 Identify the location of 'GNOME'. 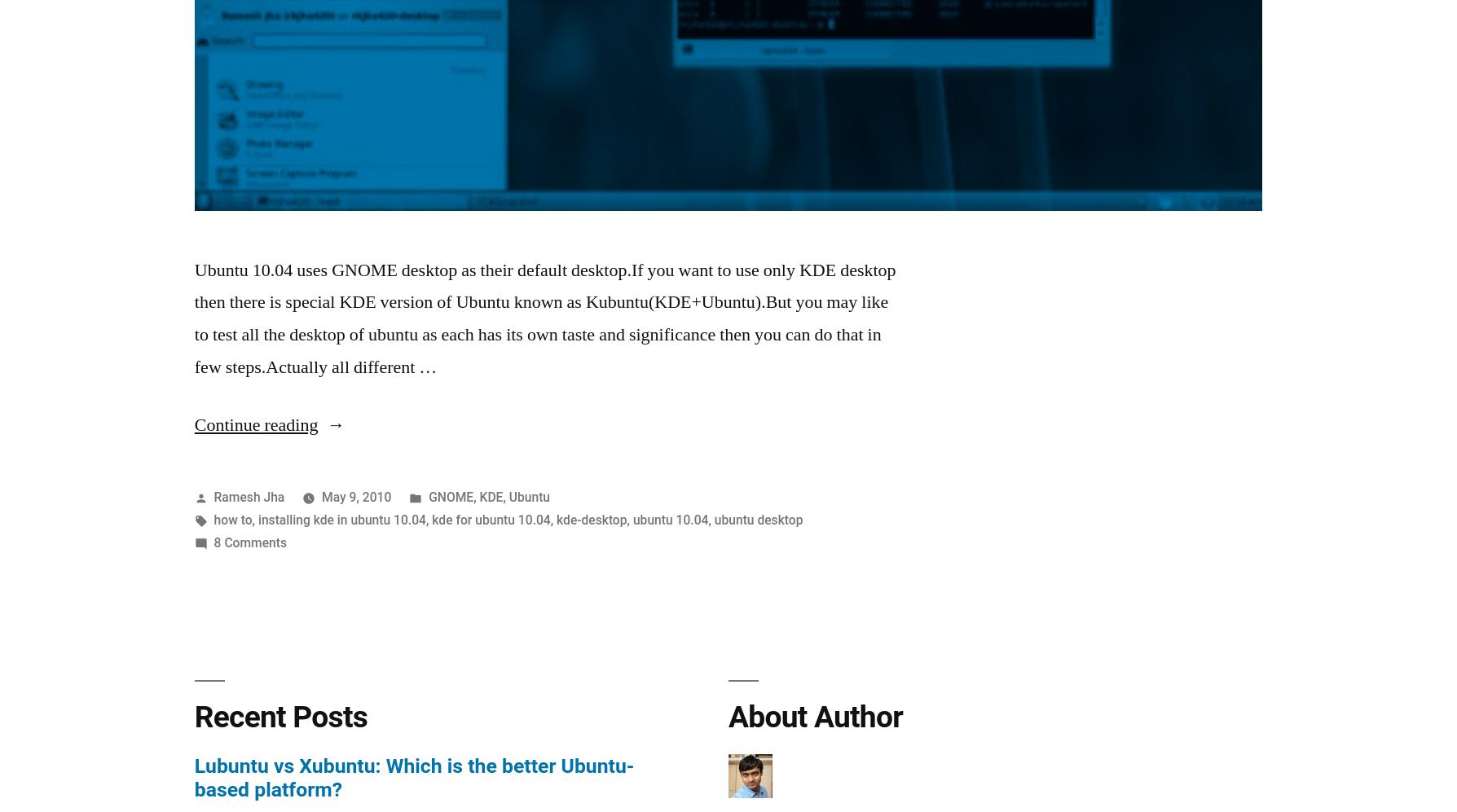
(451, 495).